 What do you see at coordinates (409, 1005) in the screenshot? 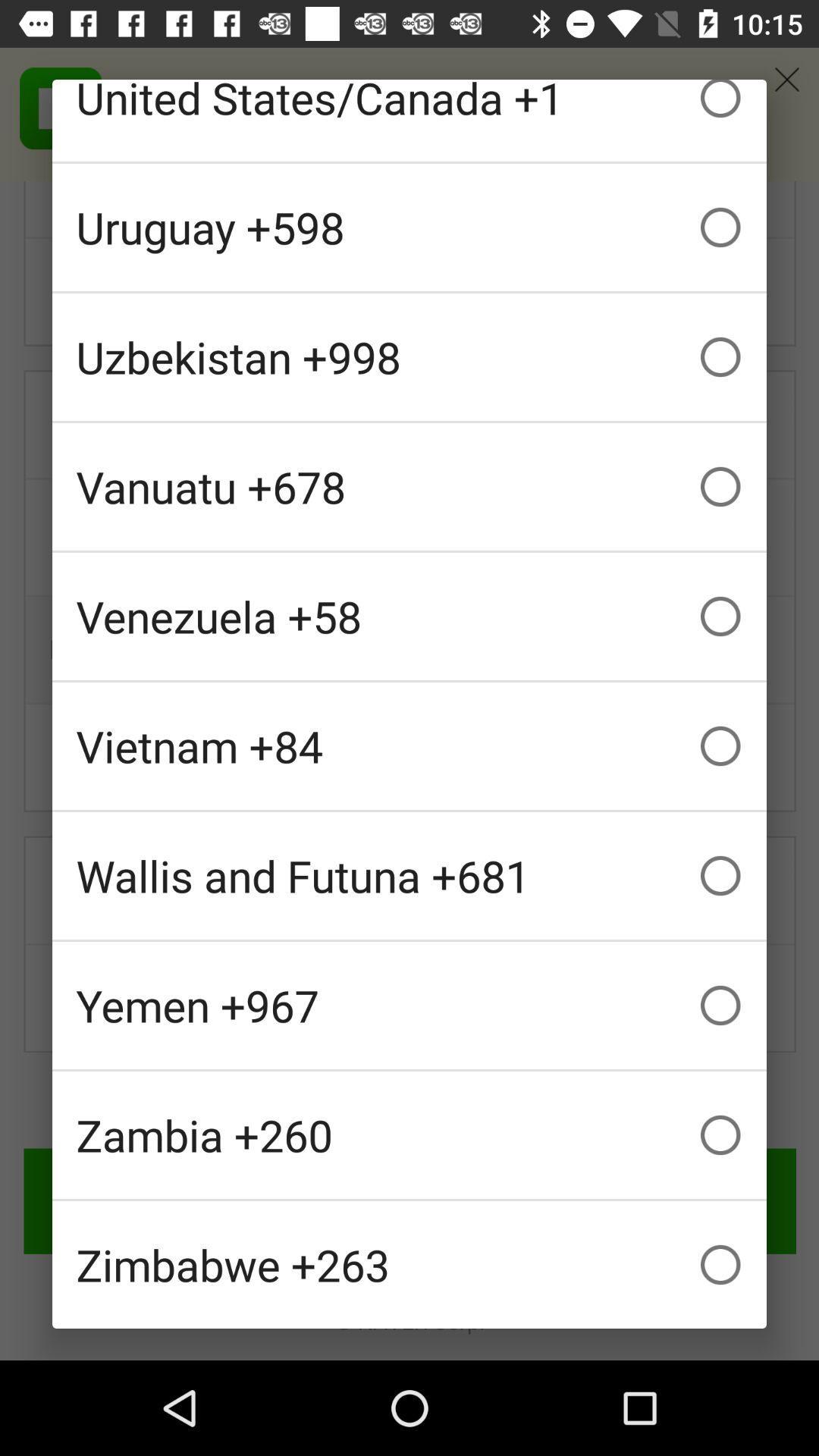
I see `the yemen +967 checkbox` at bounding box center [409, 1005].